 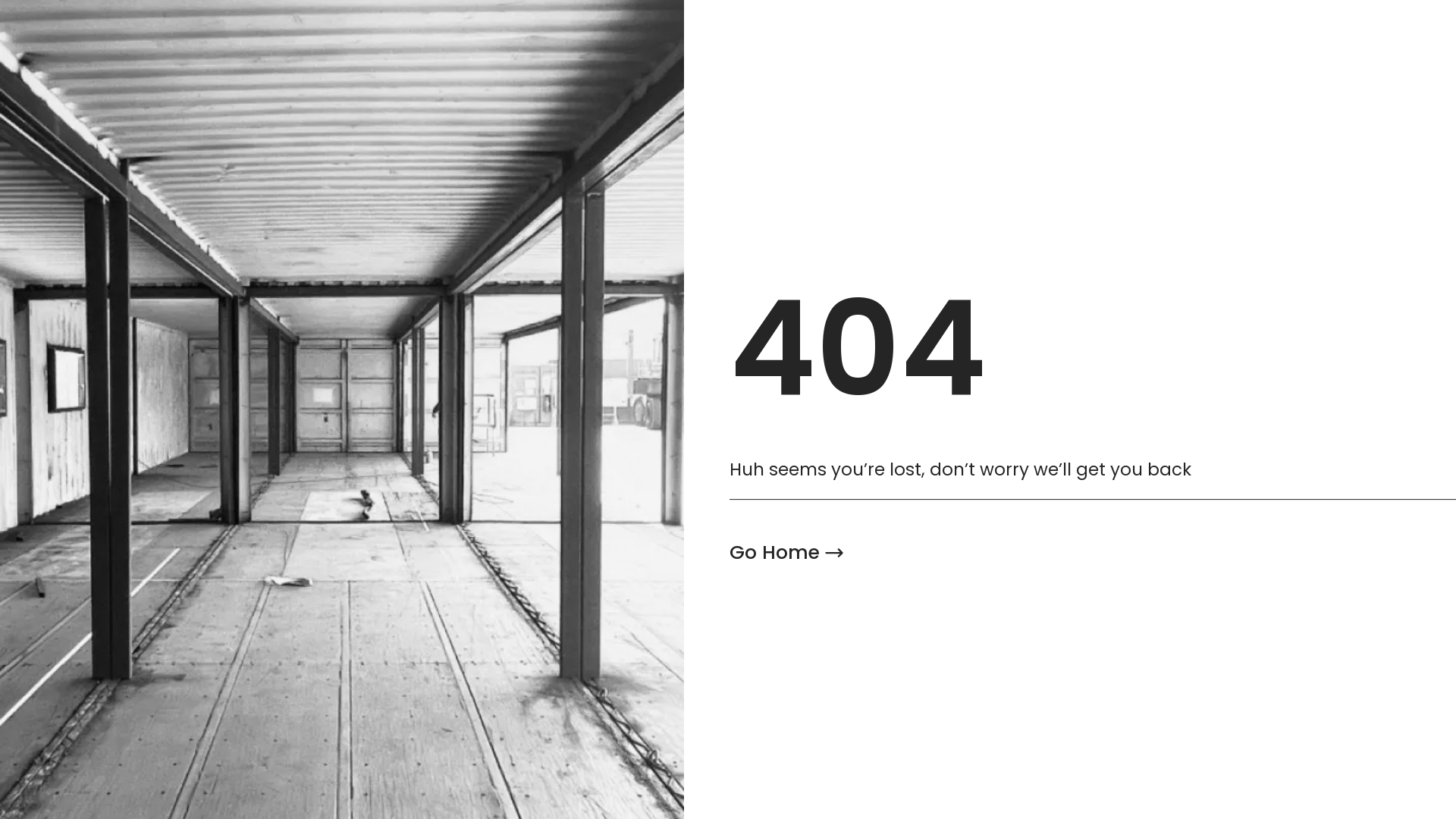 What do you see at coordinates (786, 553) in the screenshot?
I see `'Go Home'` at bounding box center [786, 553].